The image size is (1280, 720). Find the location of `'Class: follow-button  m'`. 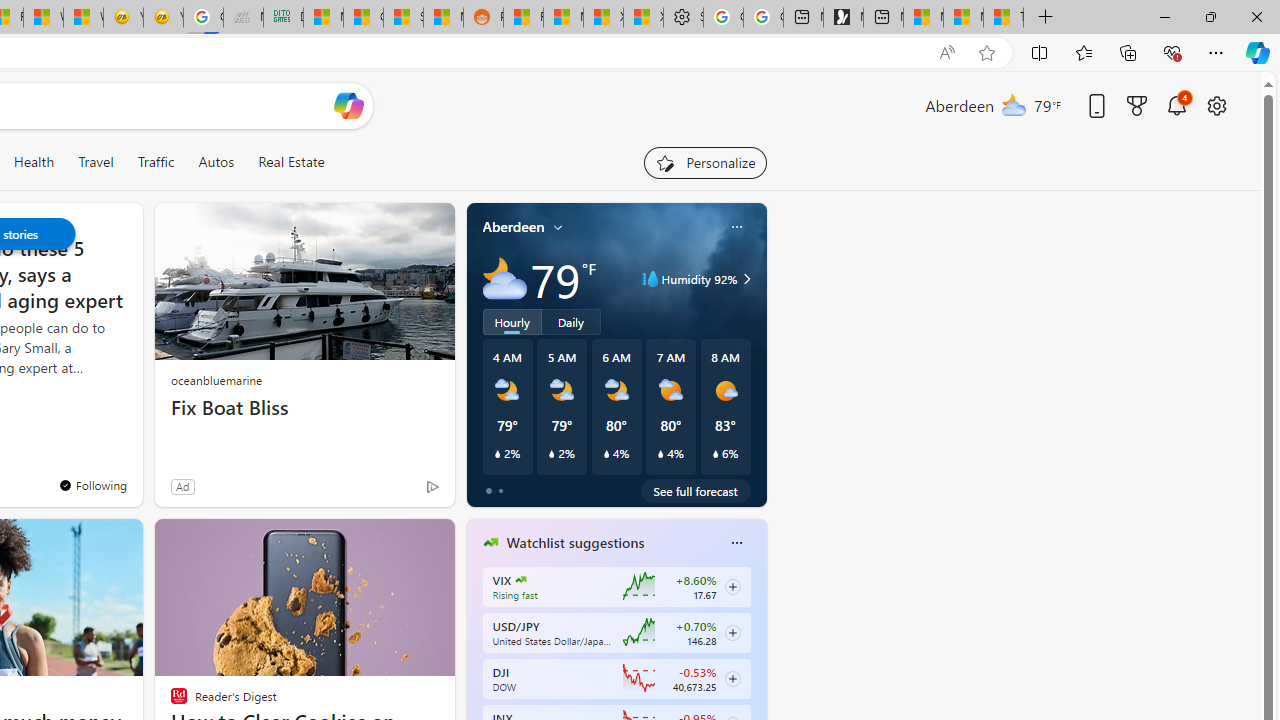

'Class: follow-button  m' is located at coordinates (731, 677).